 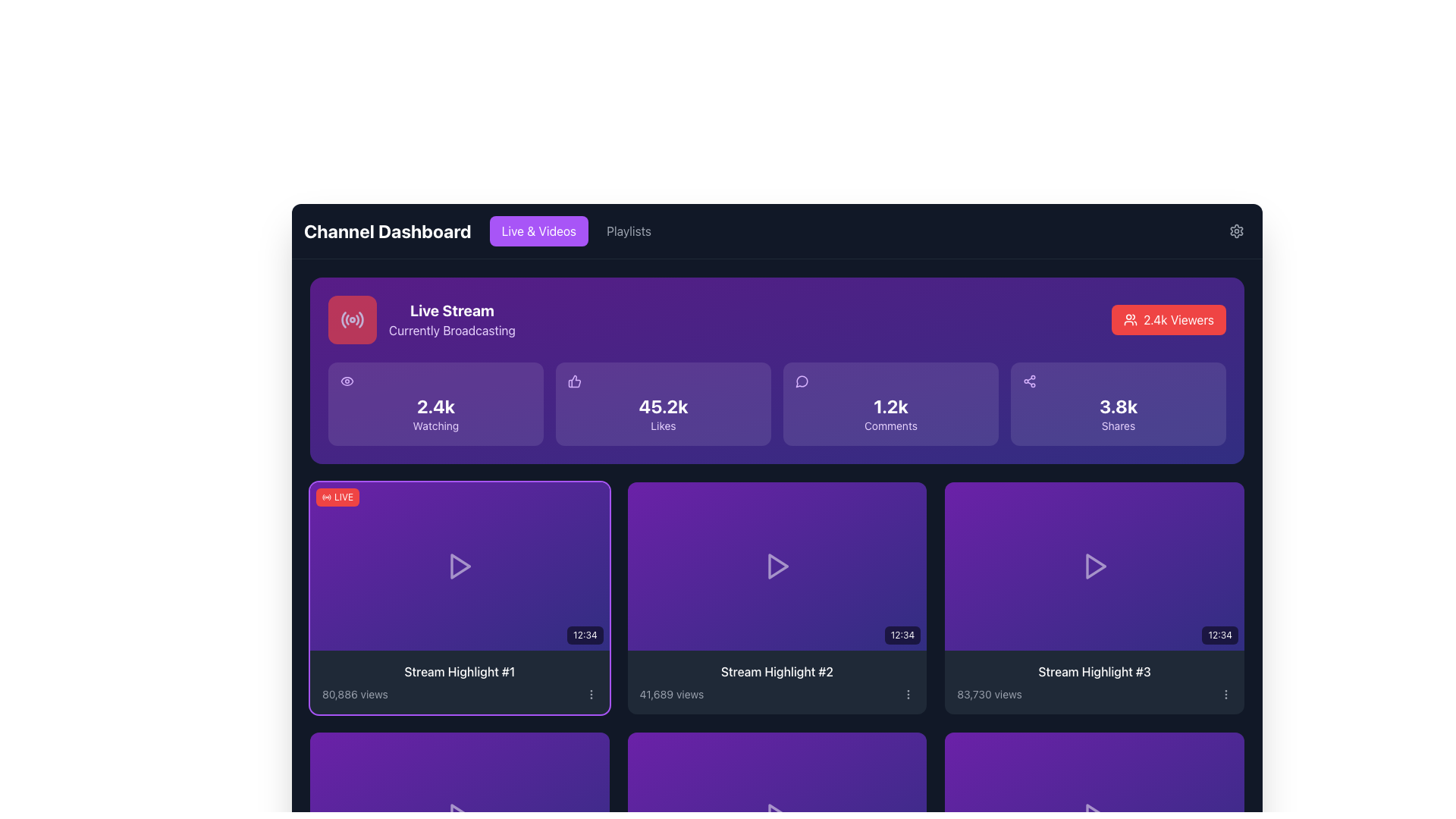 What do you see at coordinates (891, 406) in the screenshot?
I see `the Text label that presents the number of comments, located in the top-right section of the interface as the third box from the left, bordered by 'Likes' and 'Shares' boxes` at bounding box center [891, 406].